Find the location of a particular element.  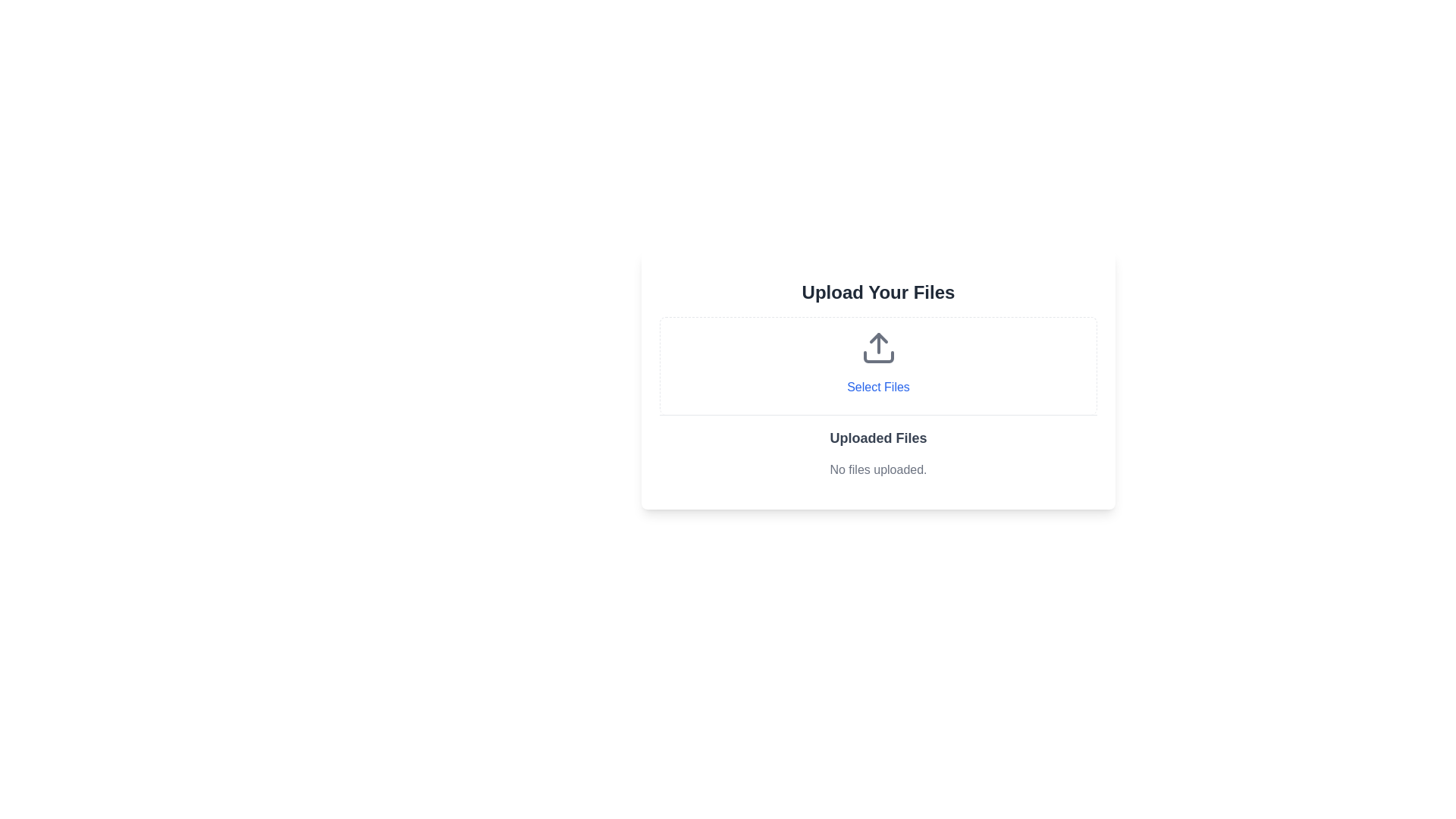

the text label that serves as a heading for the section listing uploaded files, which is positioned above the line of text that reads 'No files uploaded.' is located at coordinates (878, 438).